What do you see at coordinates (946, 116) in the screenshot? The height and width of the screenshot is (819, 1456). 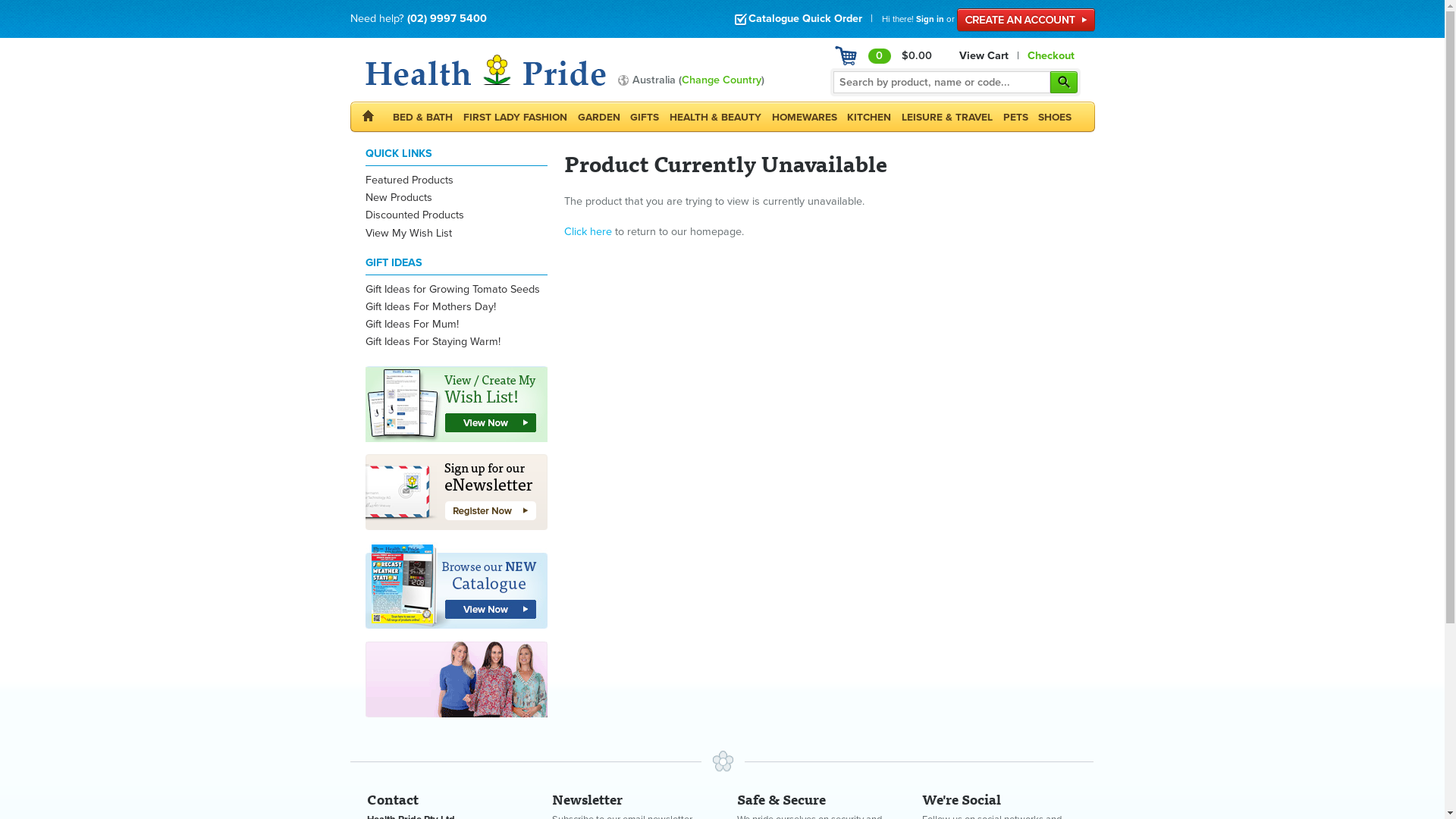 I see `'LEISURE & TRAVEL'` at bounding box center [946, 116].